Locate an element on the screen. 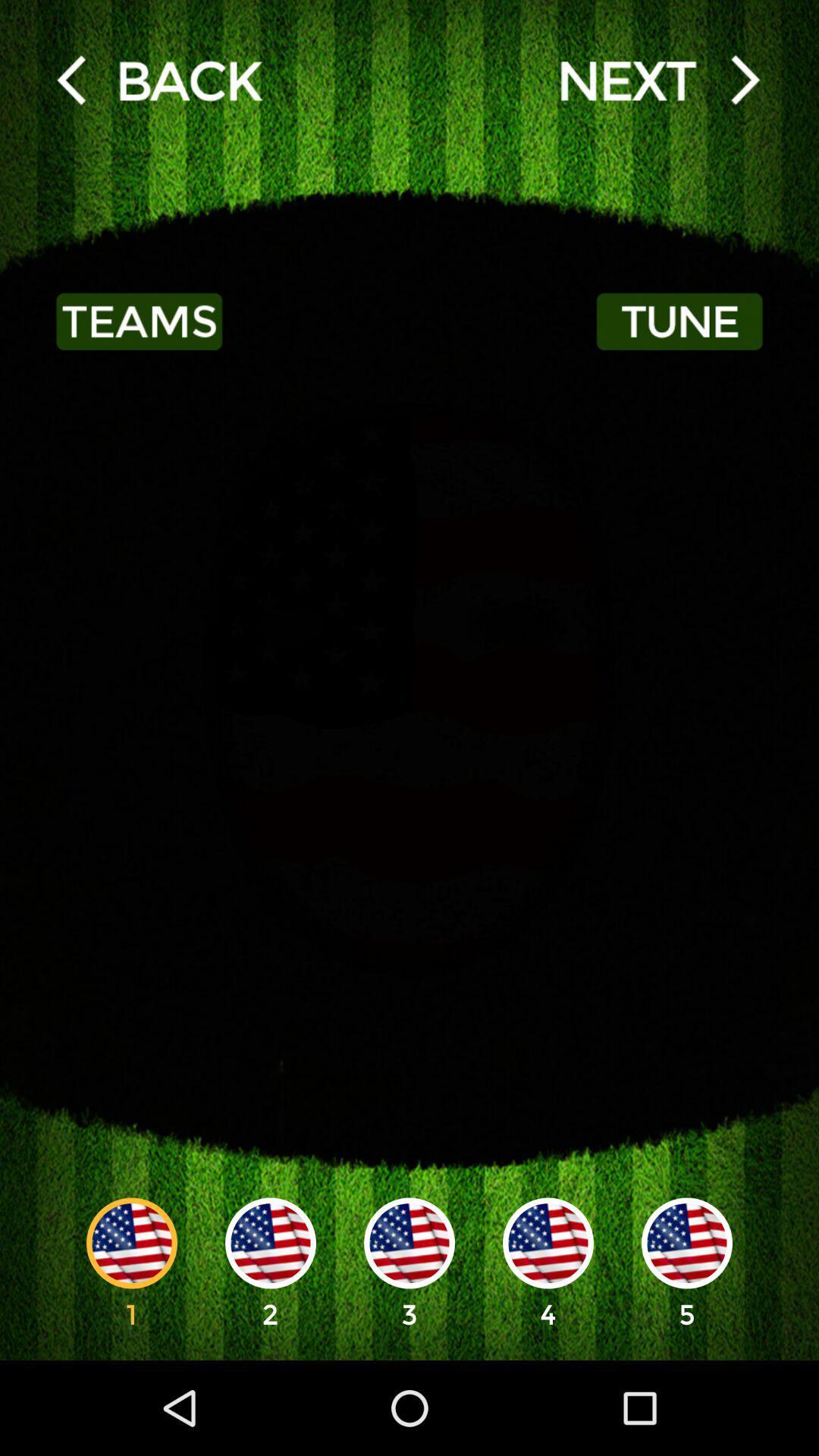 The width and height of the screenshot is (819, 1456). the delete icon is located at coordinates (659, 79).